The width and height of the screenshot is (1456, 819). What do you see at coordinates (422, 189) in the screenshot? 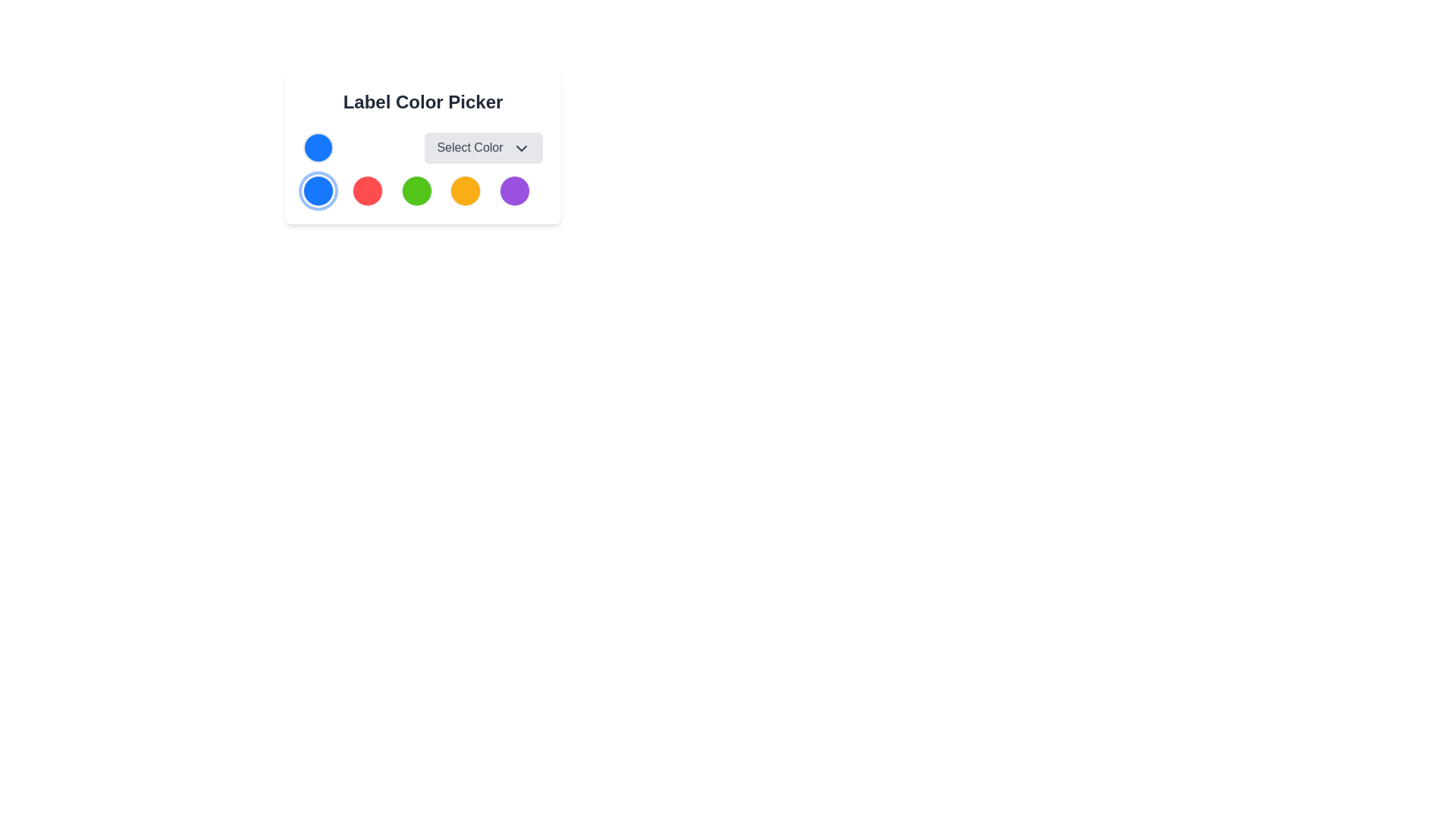
I see `the highlighted green circular button, which is the third button in a horizontal row of five circular buttons` at bounding box center [422, 189].